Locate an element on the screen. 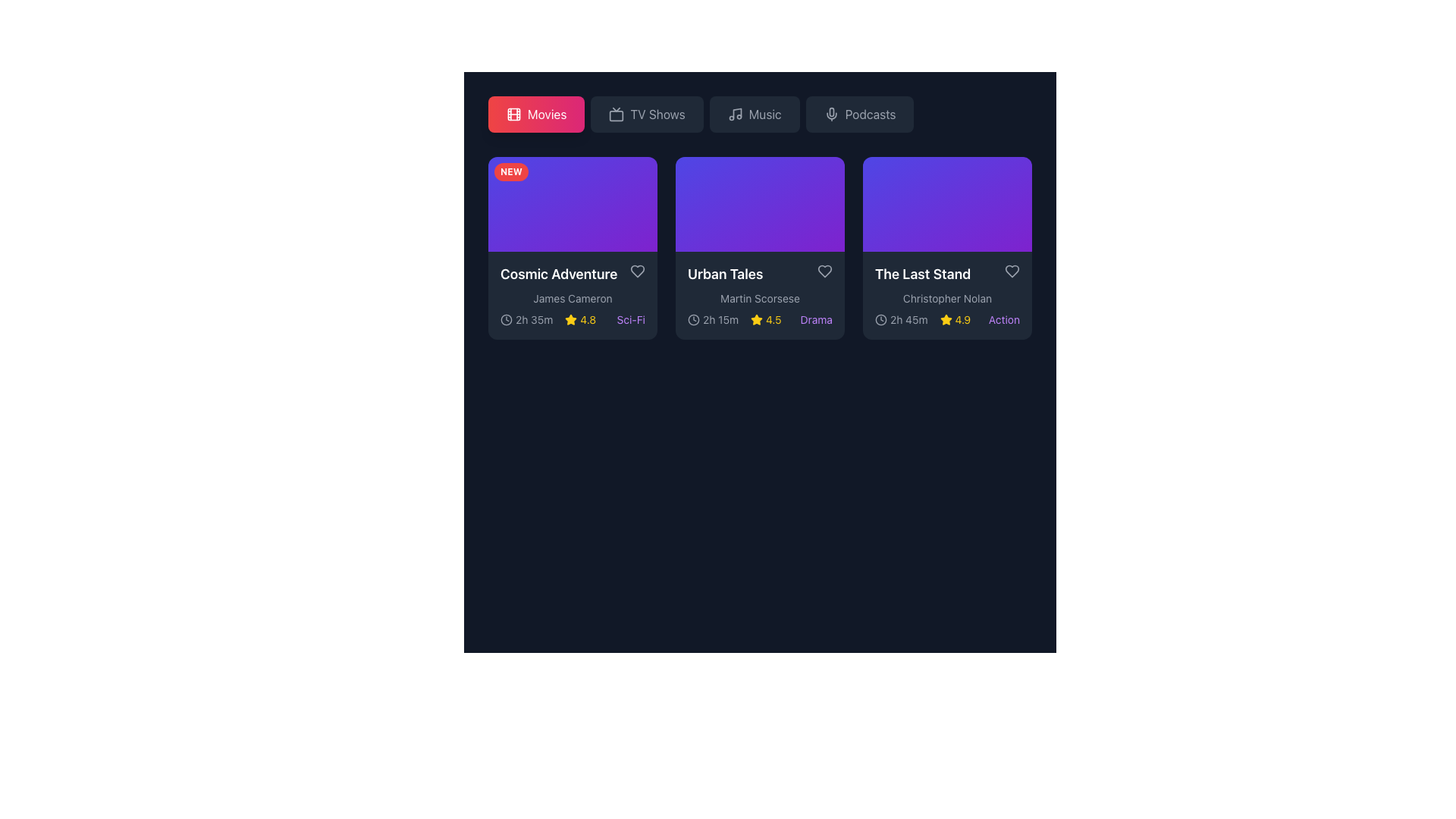 The width and height of the screenshot is (1456, 819). the text label displaying the title 'Cosmic Adventure', which is styled in white with a bold font and is located at the top-left of the movie card is located at coordinates (558, 275).